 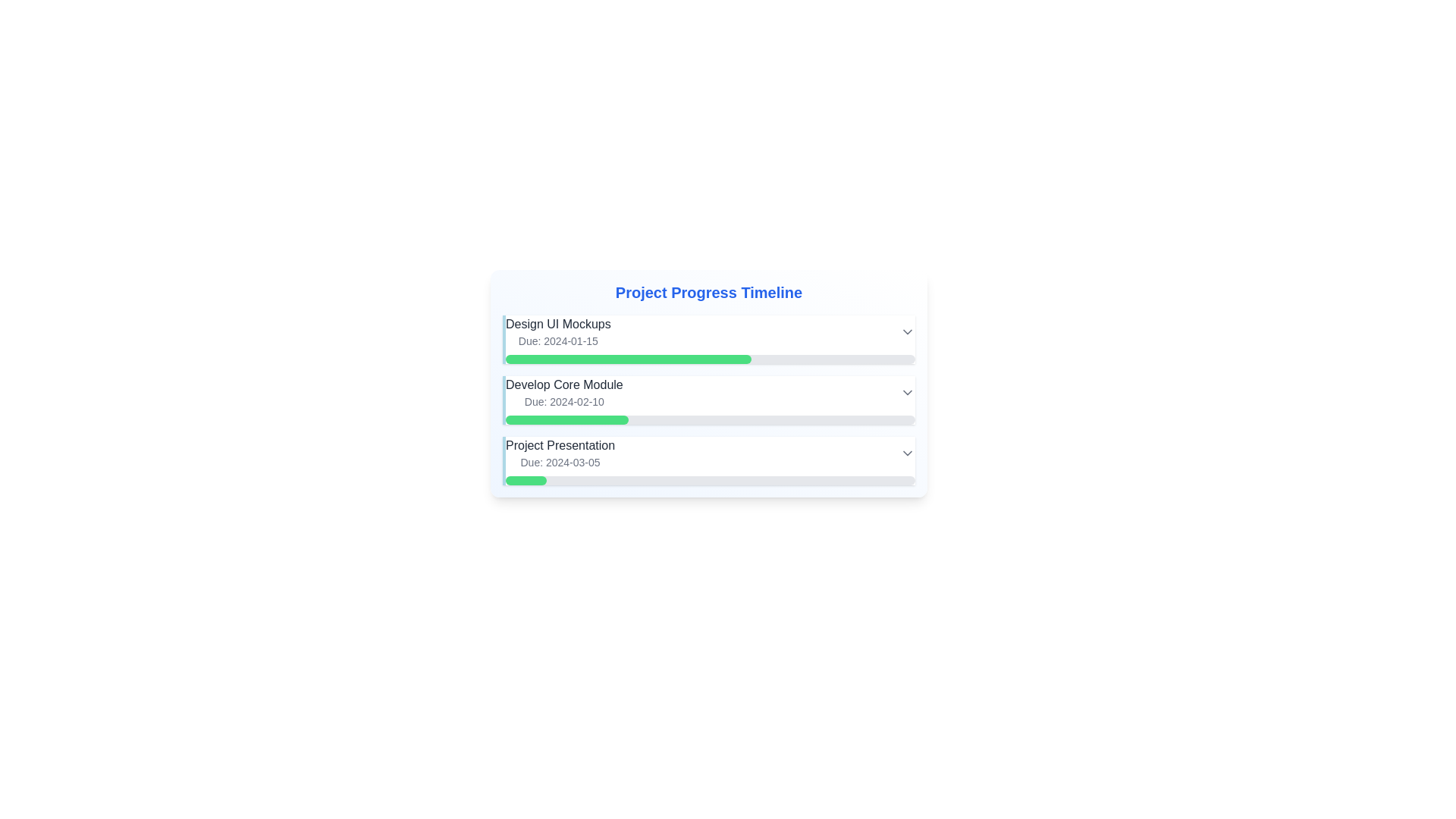 I want to click on the current progress indicated by the filled section of the Progress bar located below the 'Due: 2024-02-10' text within the 'Develop Core Module' task card, so click(x=709, y=420).